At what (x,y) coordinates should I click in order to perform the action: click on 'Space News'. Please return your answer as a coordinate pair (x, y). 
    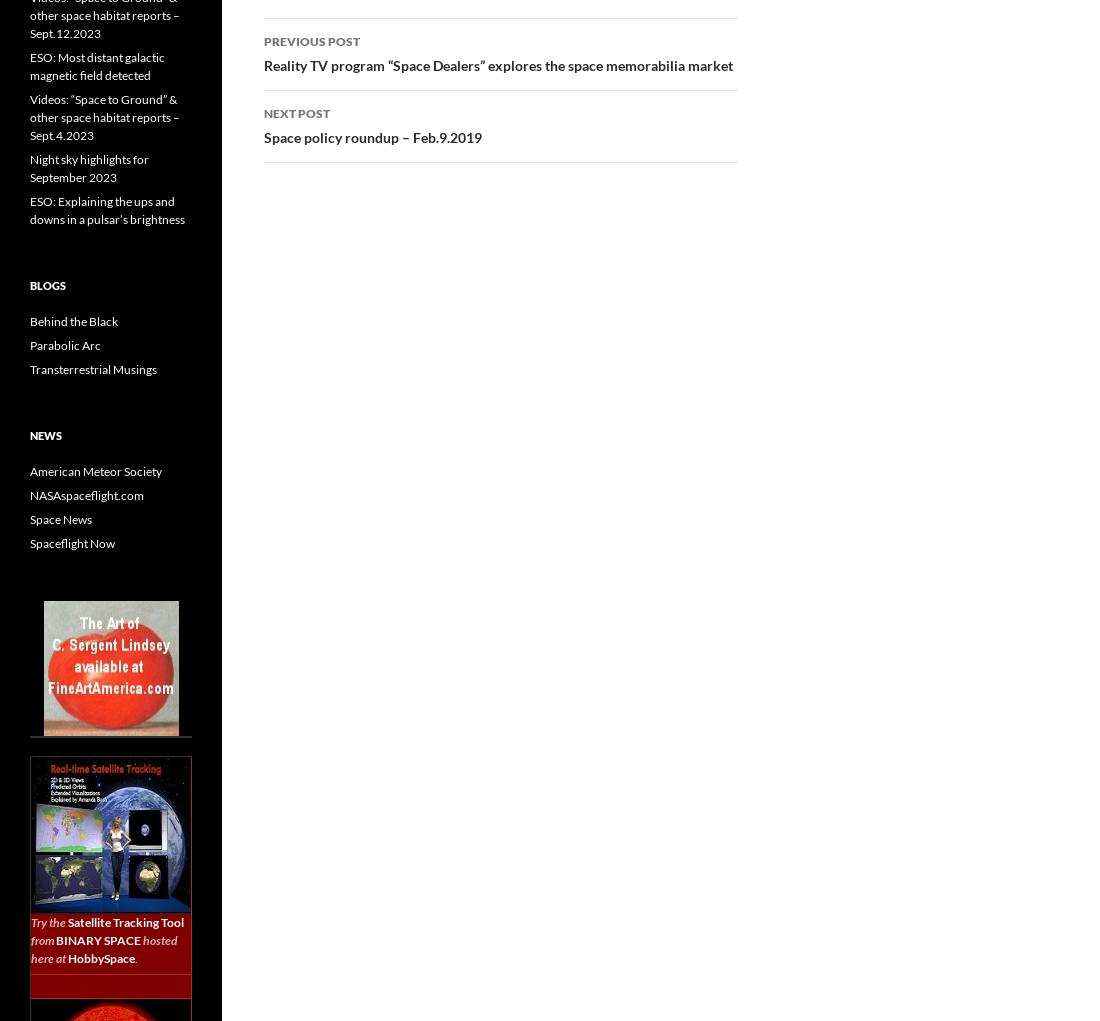
    Looking at the image, I should click on (60, 519).